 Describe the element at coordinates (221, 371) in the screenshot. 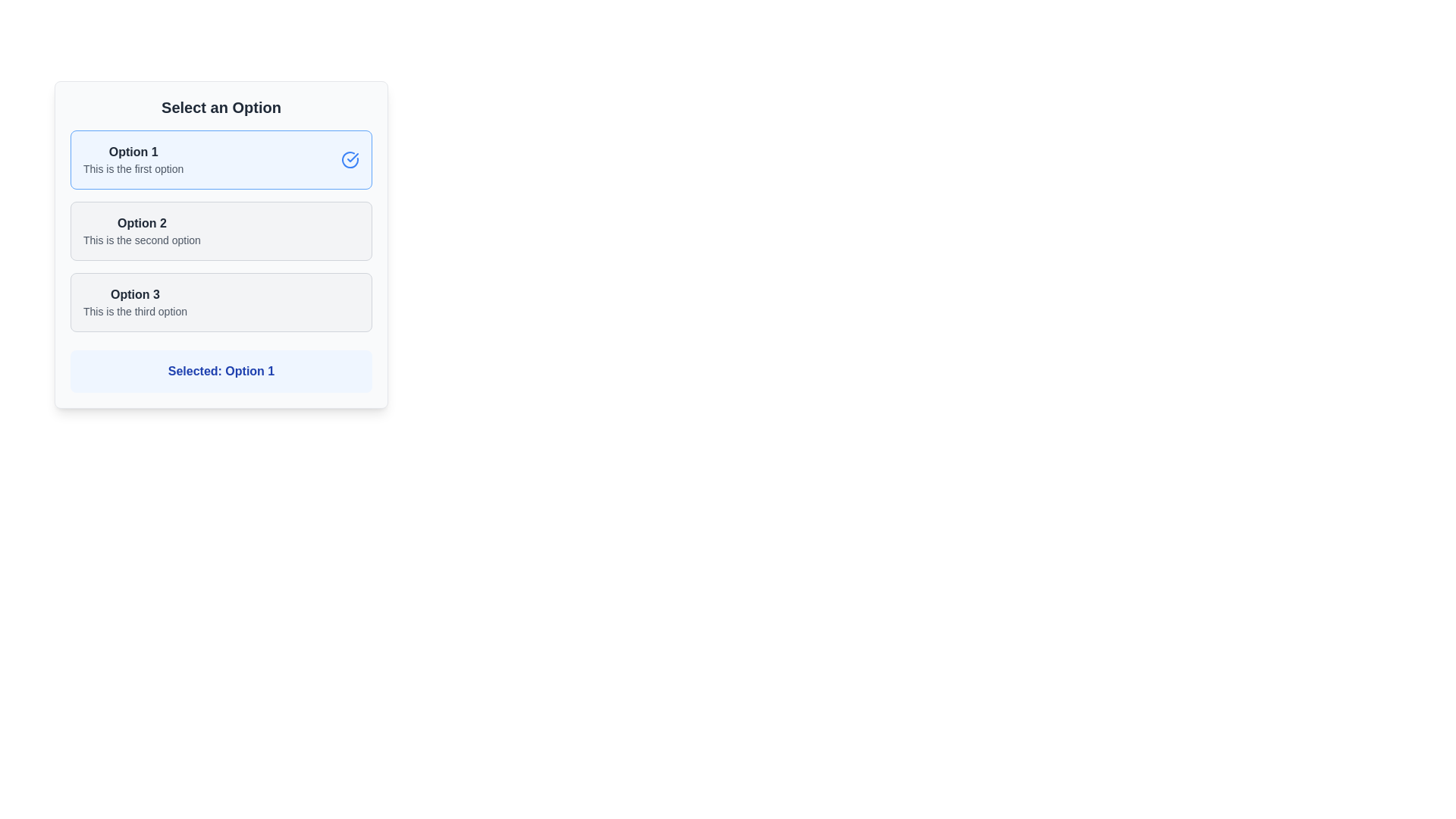

I see `the Text display area located at the bottom of the card interface, which shows the currently selected option among 'Option 1', 'Option 2', and 'Option 3'` at that location.